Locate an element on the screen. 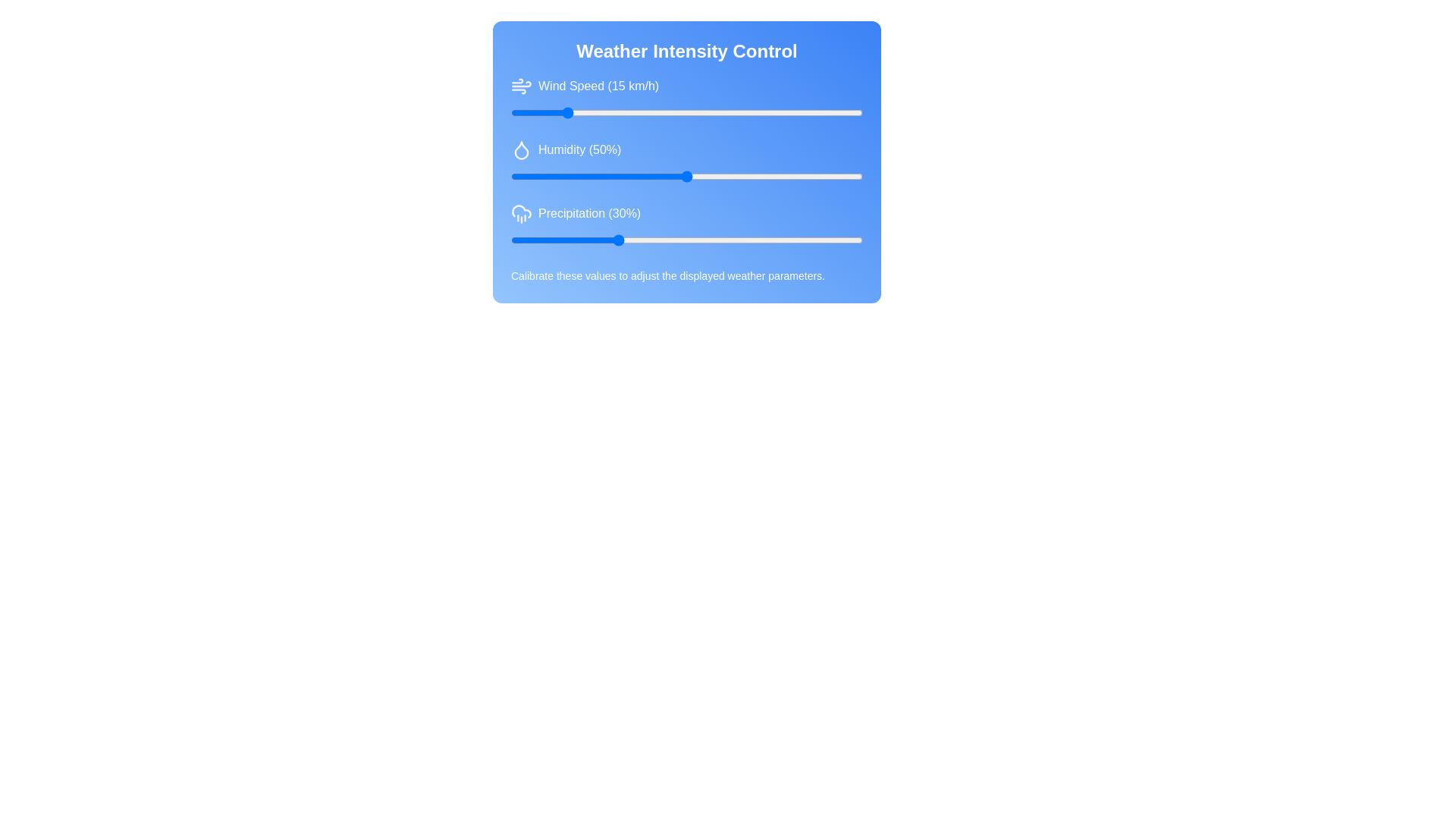  the small cloud icon with raindrops, located to the left of the text 'Precipitation (30%)' is located at coordinates (521, 213).